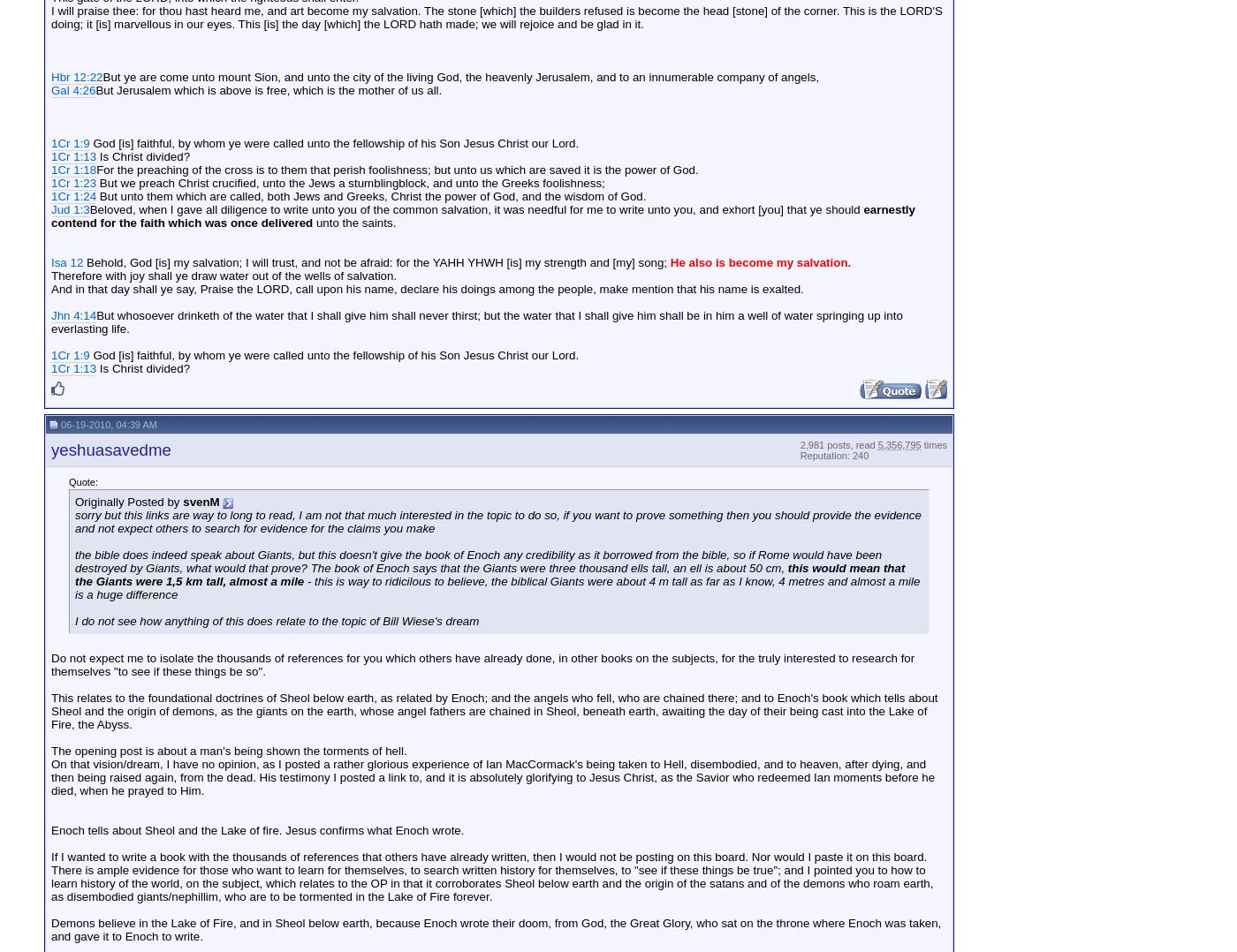 This screenshot has width=1237, height=952. I want to click on 'And in that day shall ye say, Praise the LORD, call upon his name, declare his doings among the people, make mention that his name is exalted.', so click(426, 287).